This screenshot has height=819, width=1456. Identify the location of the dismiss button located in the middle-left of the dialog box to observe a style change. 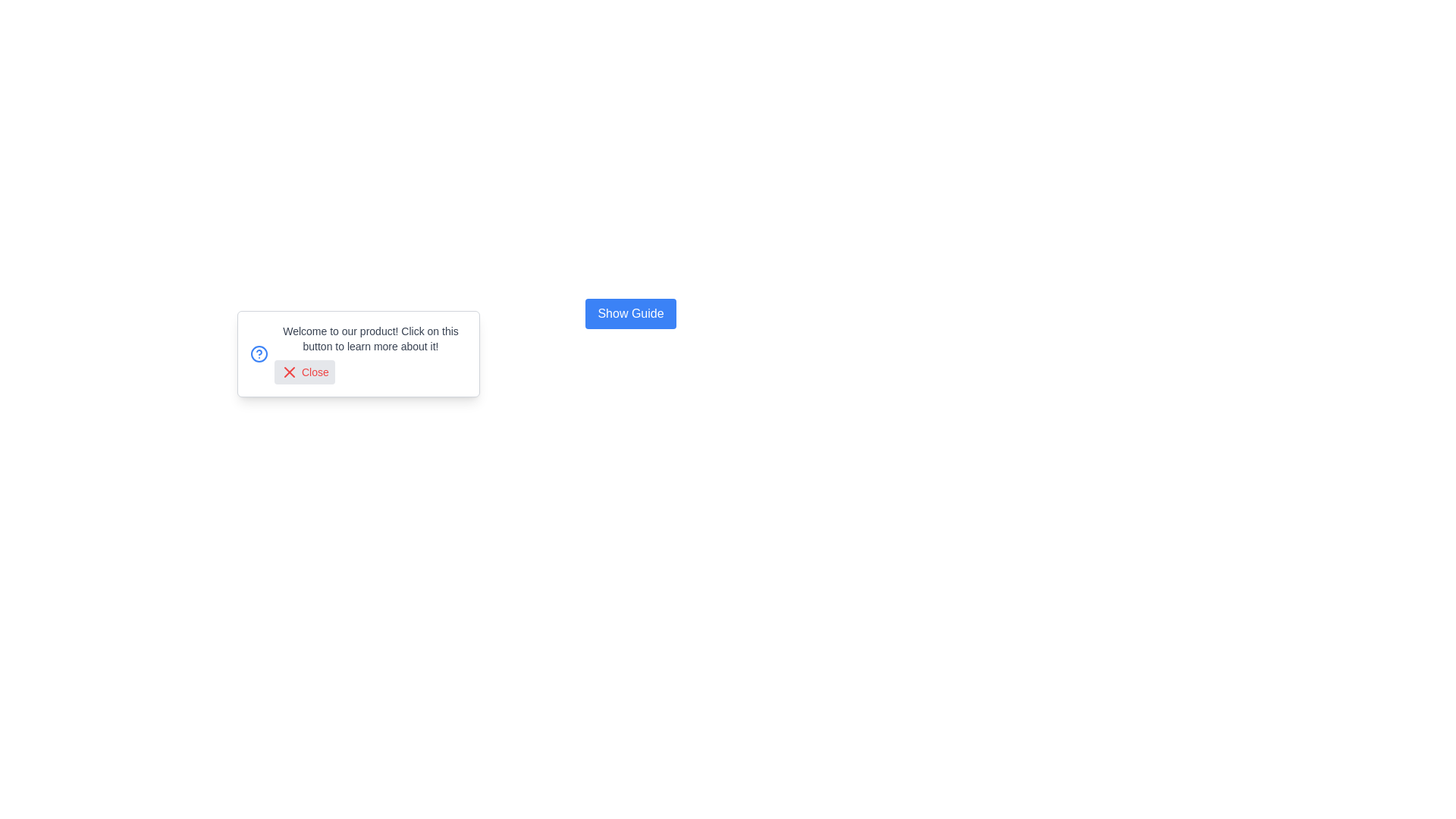
(303, 372).